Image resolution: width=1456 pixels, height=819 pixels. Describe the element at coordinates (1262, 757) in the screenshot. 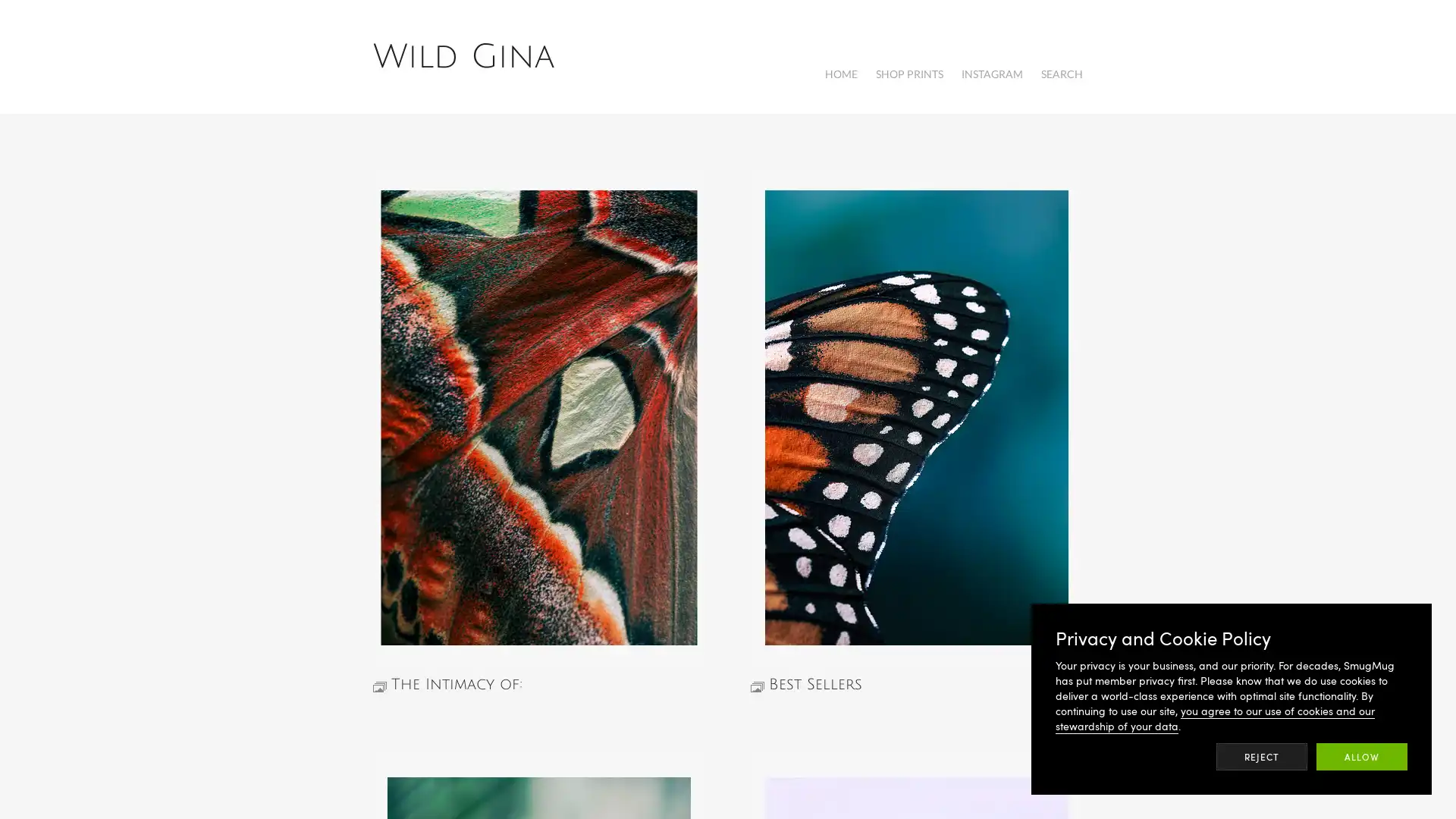

I see `REJECT` at that location.